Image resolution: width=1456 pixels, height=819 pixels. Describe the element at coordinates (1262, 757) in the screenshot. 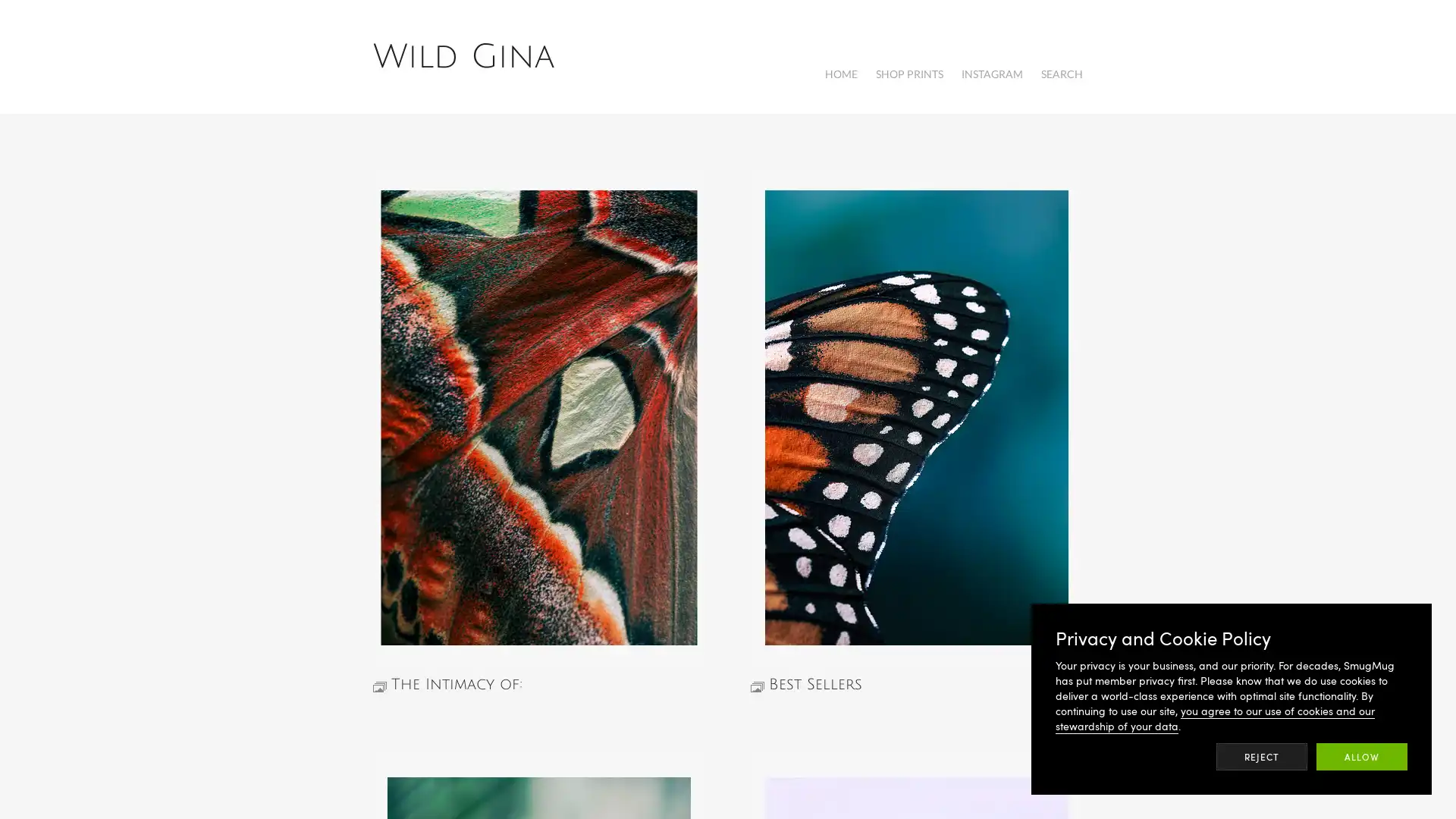

I see `REJECT` at that location.